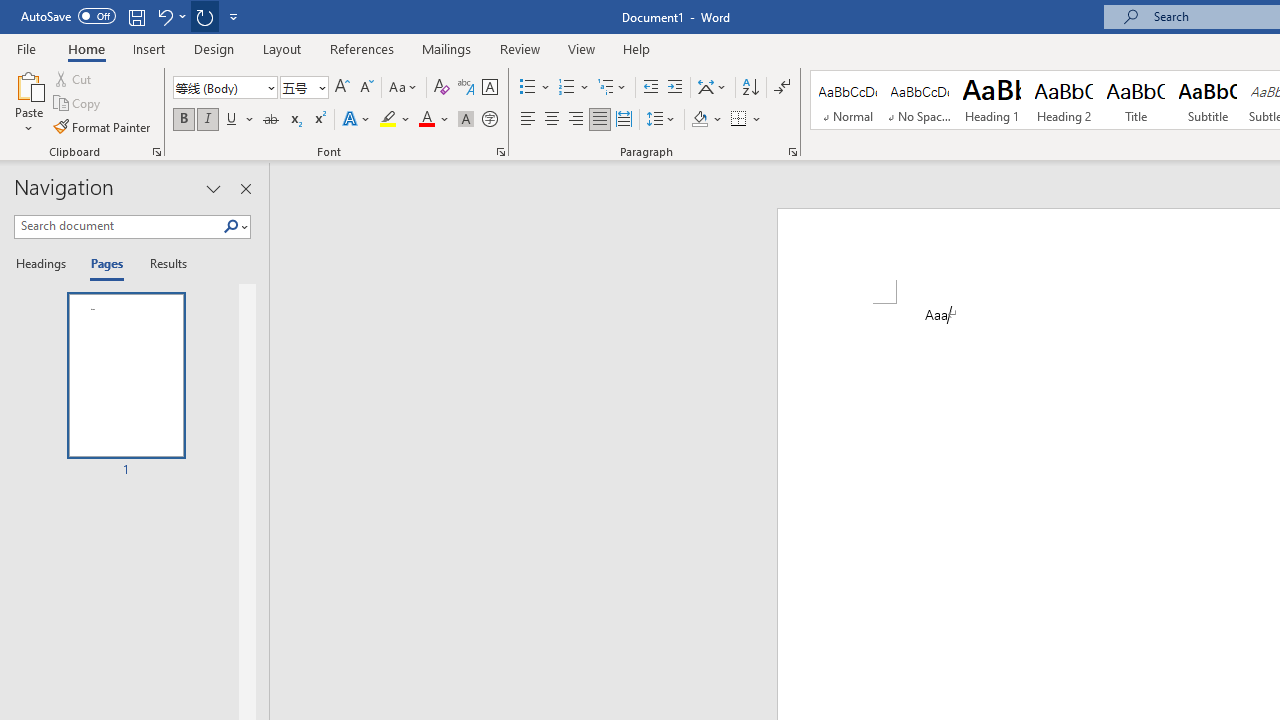 The image size is (1280, 720). Describe the element at coordinates (756, 119) in the screenshot. I see `'More Options'` at that location.